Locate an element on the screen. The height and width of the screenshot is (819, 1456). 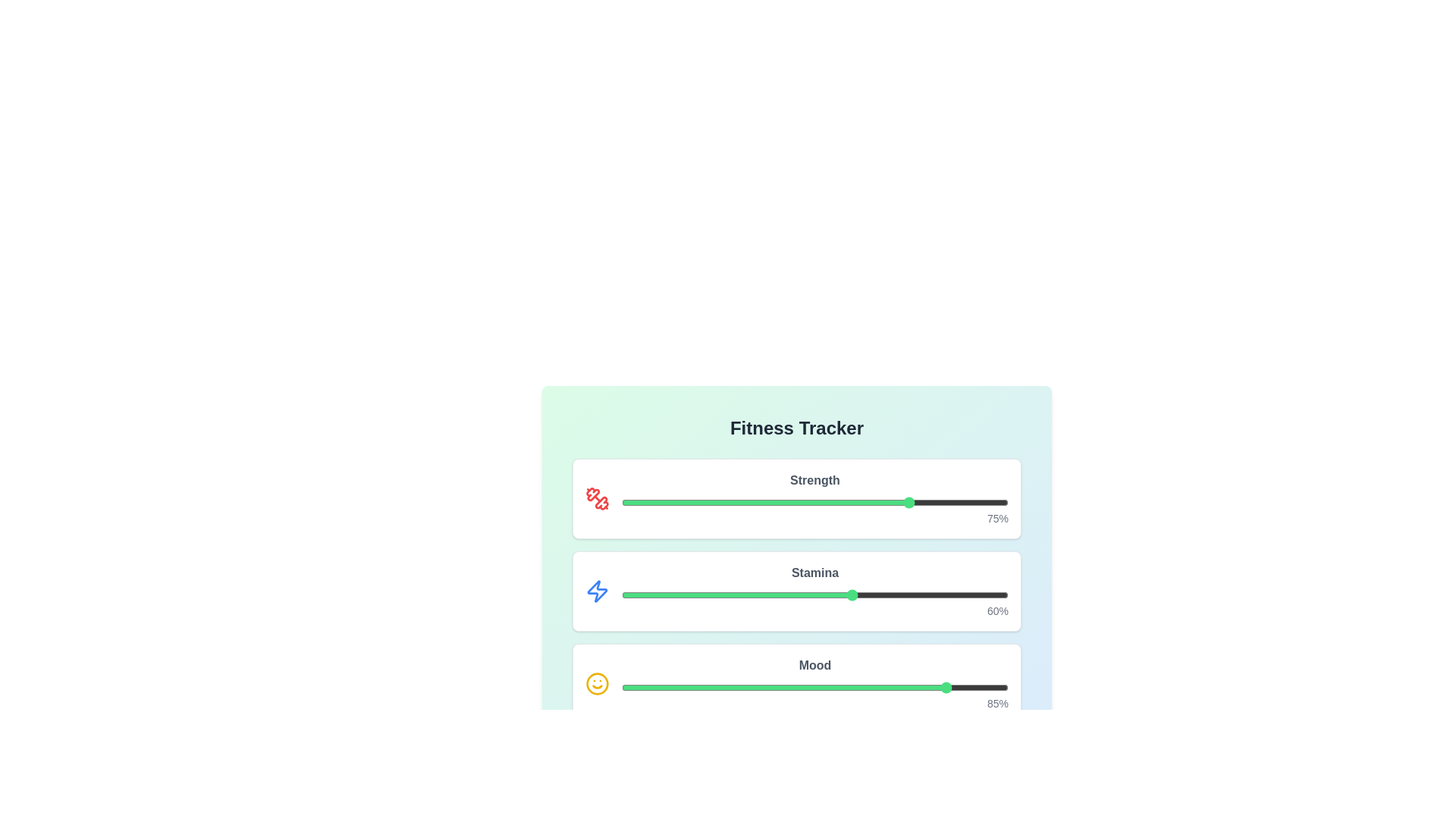
the 'Mood' slider to 67% is located at coordinates (880, 687).